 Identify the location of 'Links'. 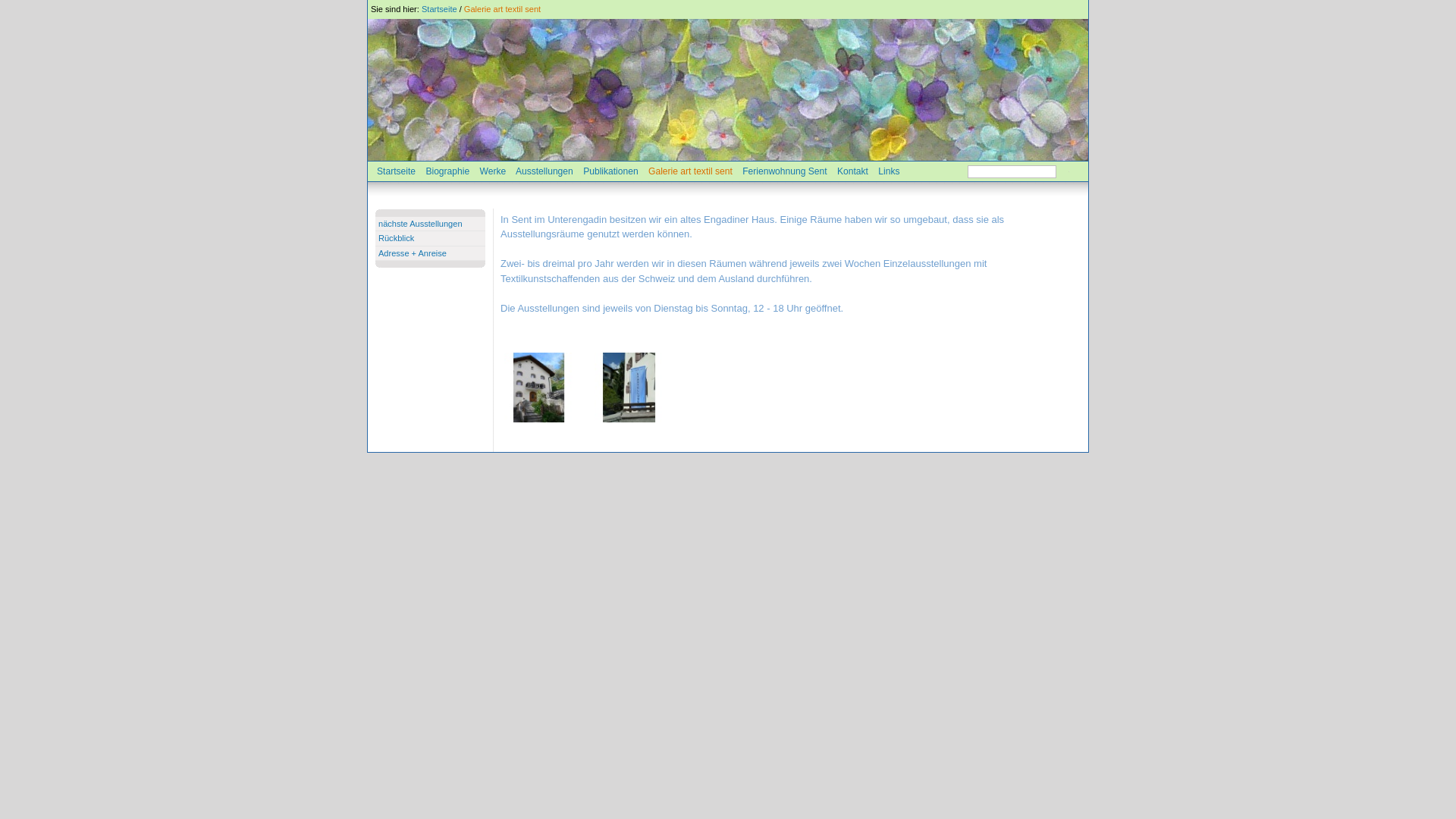
(888, 171).